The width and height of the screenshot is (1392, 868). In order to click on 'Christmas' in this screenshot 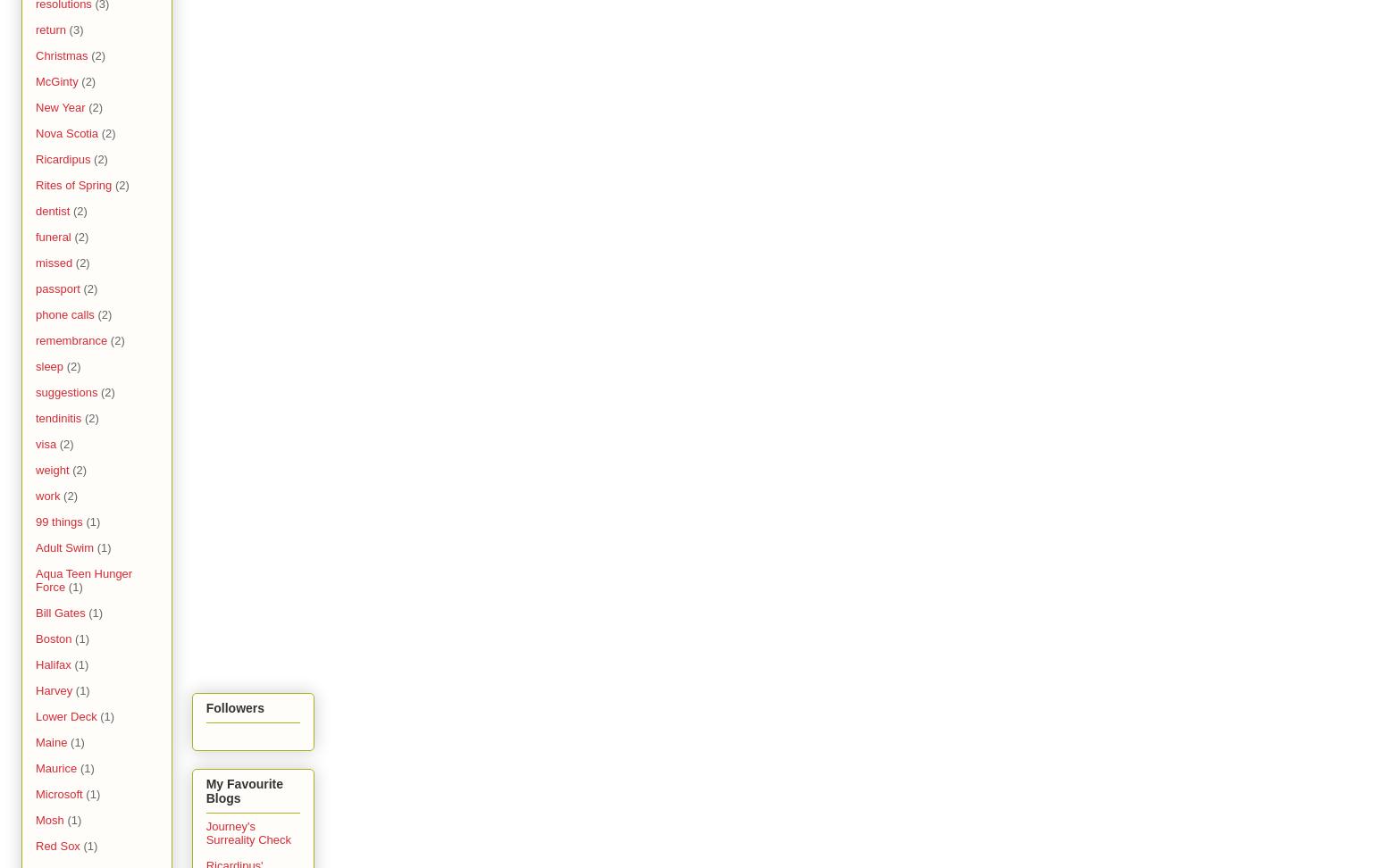, I will do `click(62, 54)`.